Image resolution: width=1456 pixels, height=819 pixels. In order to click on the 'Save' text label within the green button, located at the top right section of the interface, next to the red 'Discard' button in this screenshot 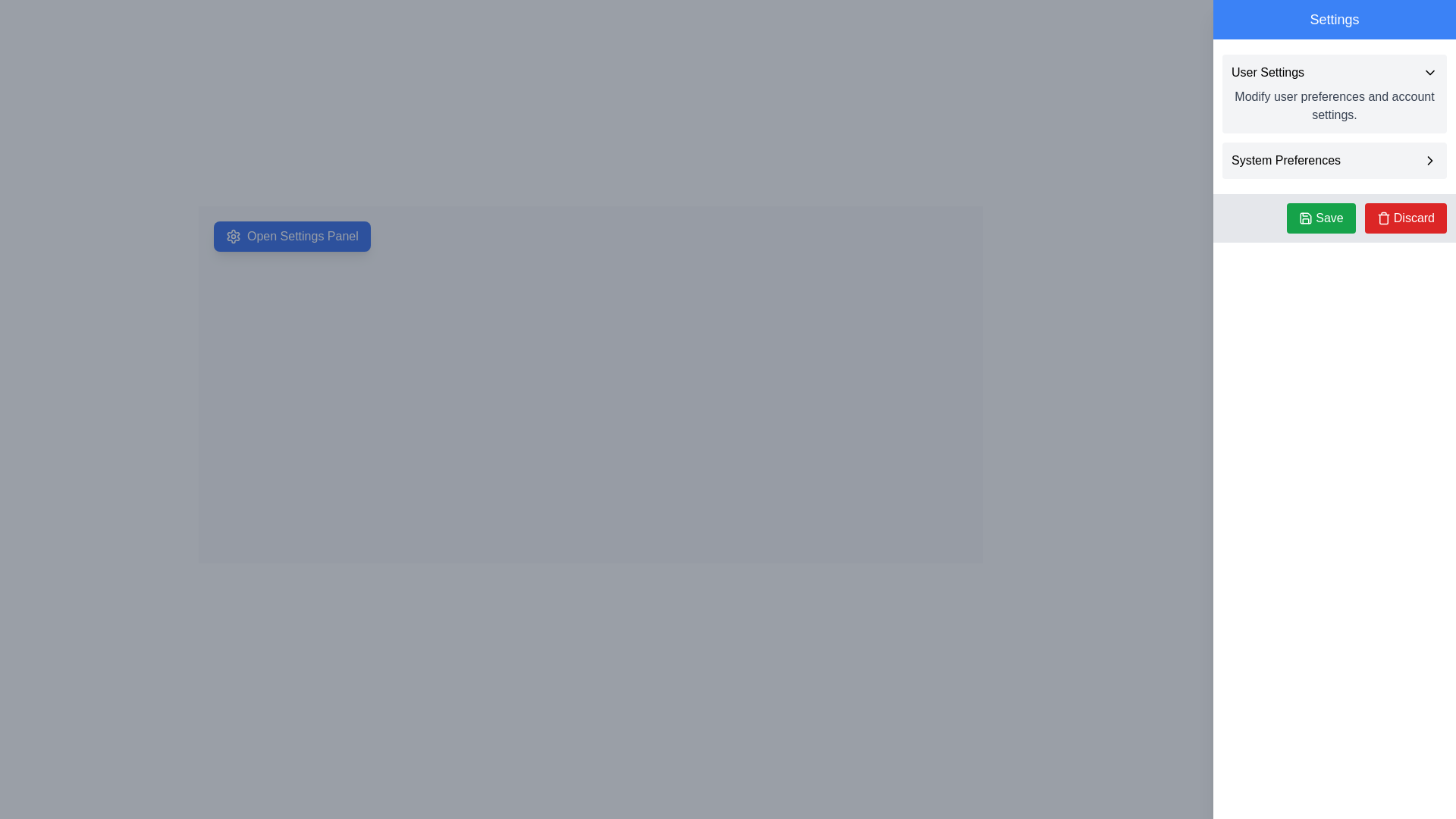, I will do `click(1329, 218)`.